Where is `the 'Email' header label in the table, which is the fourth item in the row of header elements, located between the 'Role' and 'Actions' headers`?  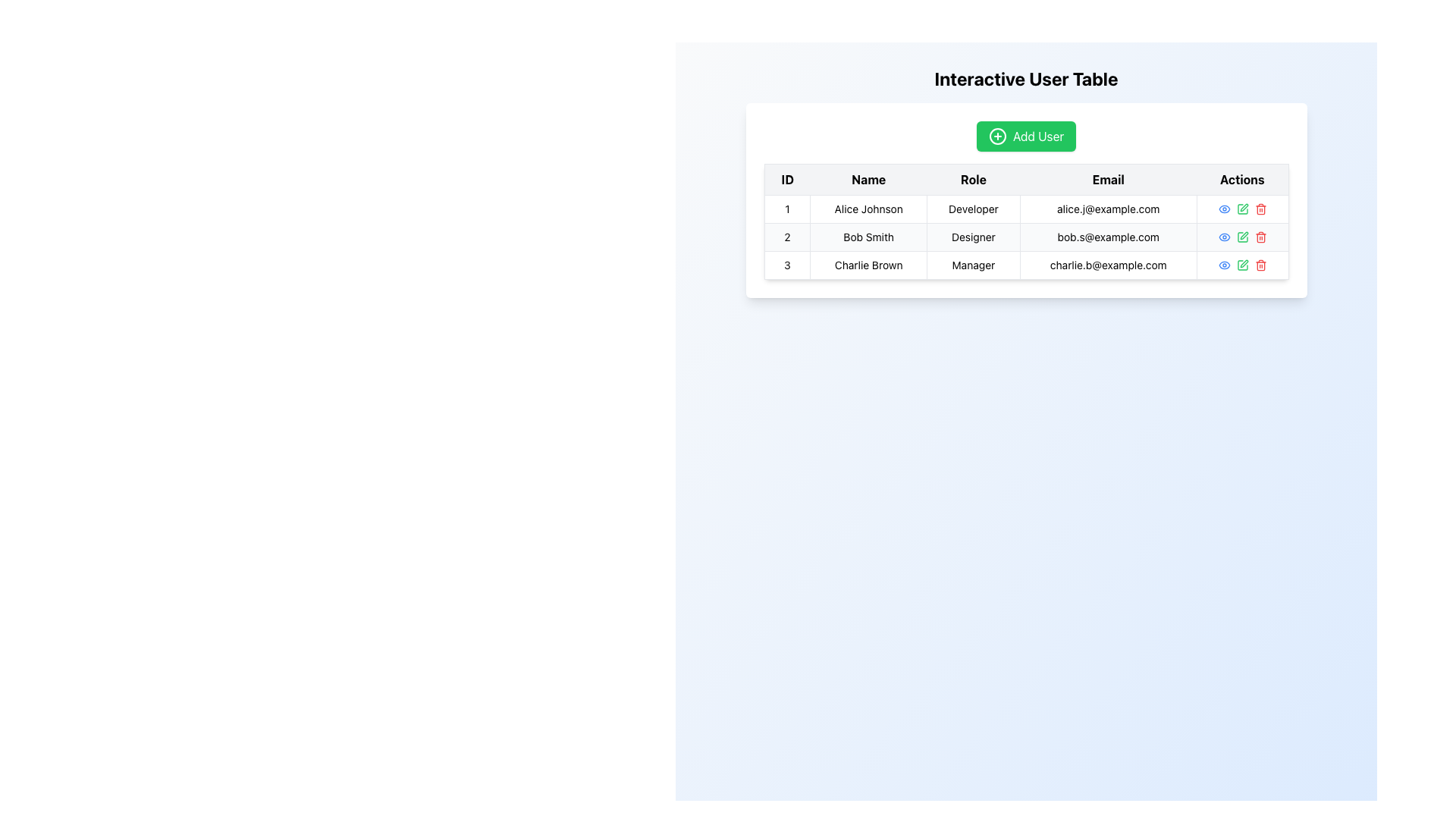
the 'Email' header label in the table, which is the fourth item in the row of header elements, located between the 'Role' and 'Actions' headers is located at coordinates (1108, 178).